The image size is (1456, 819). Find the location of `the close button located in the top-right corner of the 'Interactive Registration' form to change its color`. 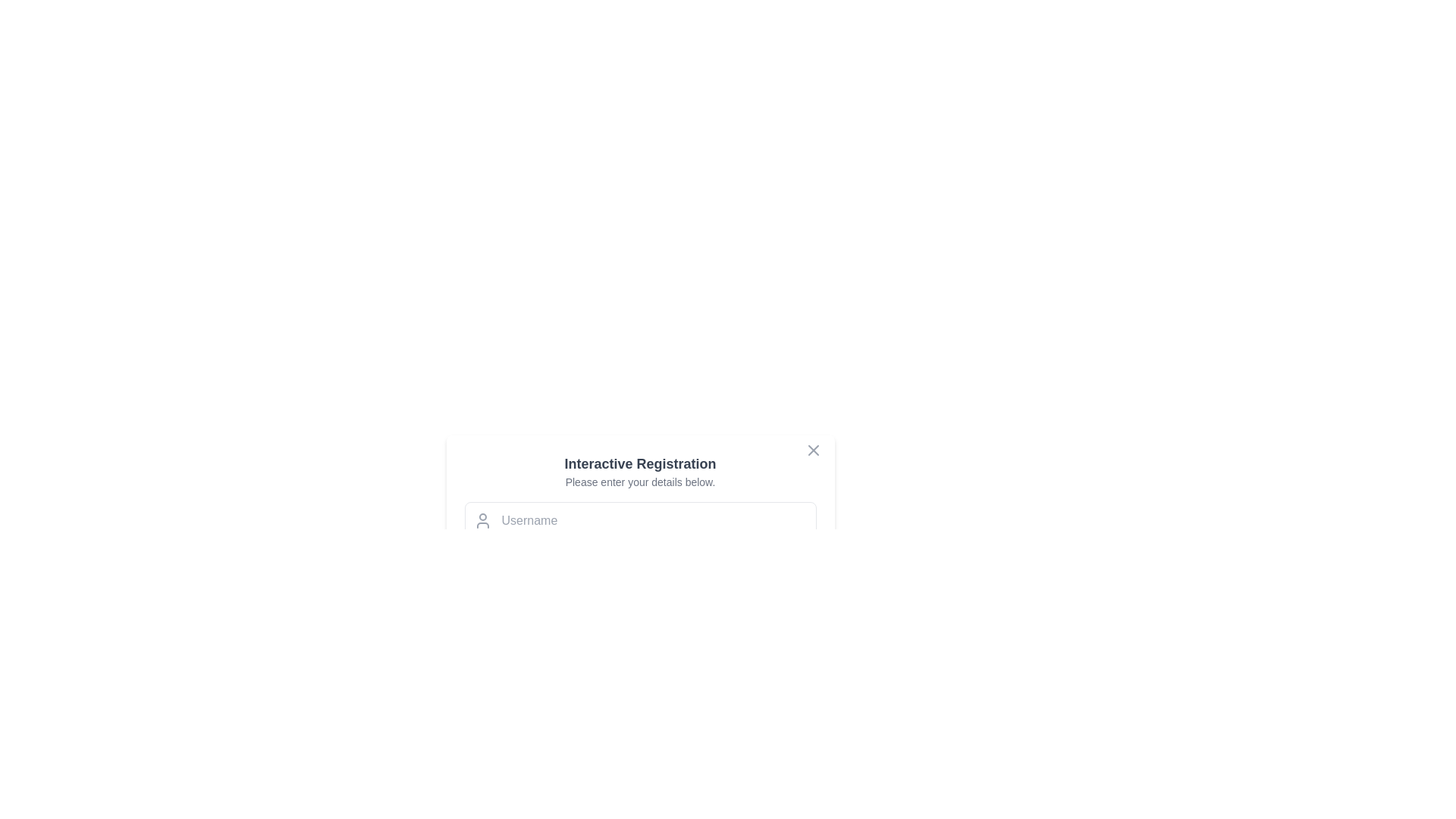

the close button located in the top-right corner of the 'Interactive Registration' form to change its color is located at coordinates (812, 450).